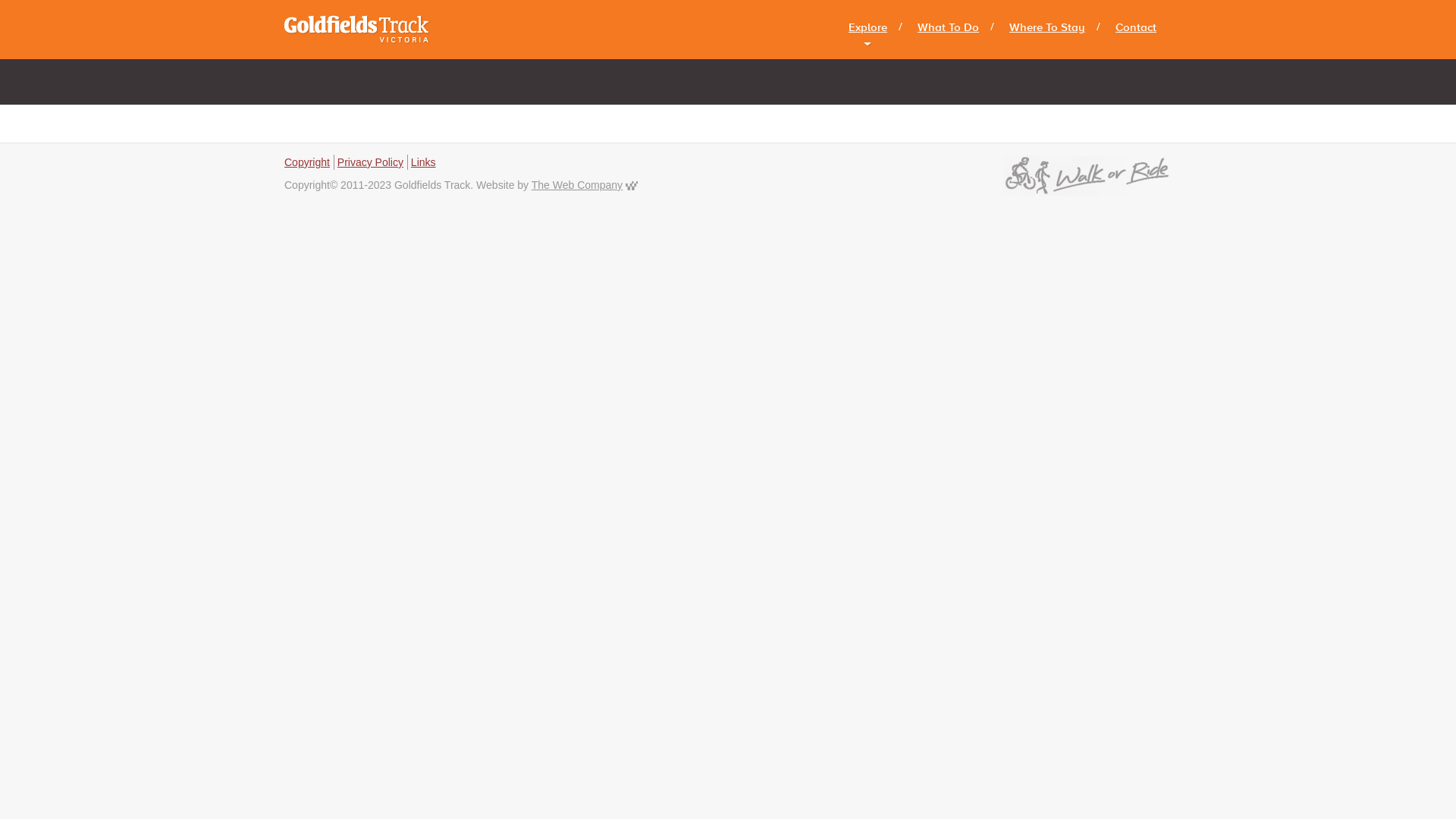 Image resolution: width=1456 pixels, height=819 pixels. What do you see at coordinates (1046, 27) in the screenshot?
I see `'Where To Stay'` at bounding box center [1046, 27].